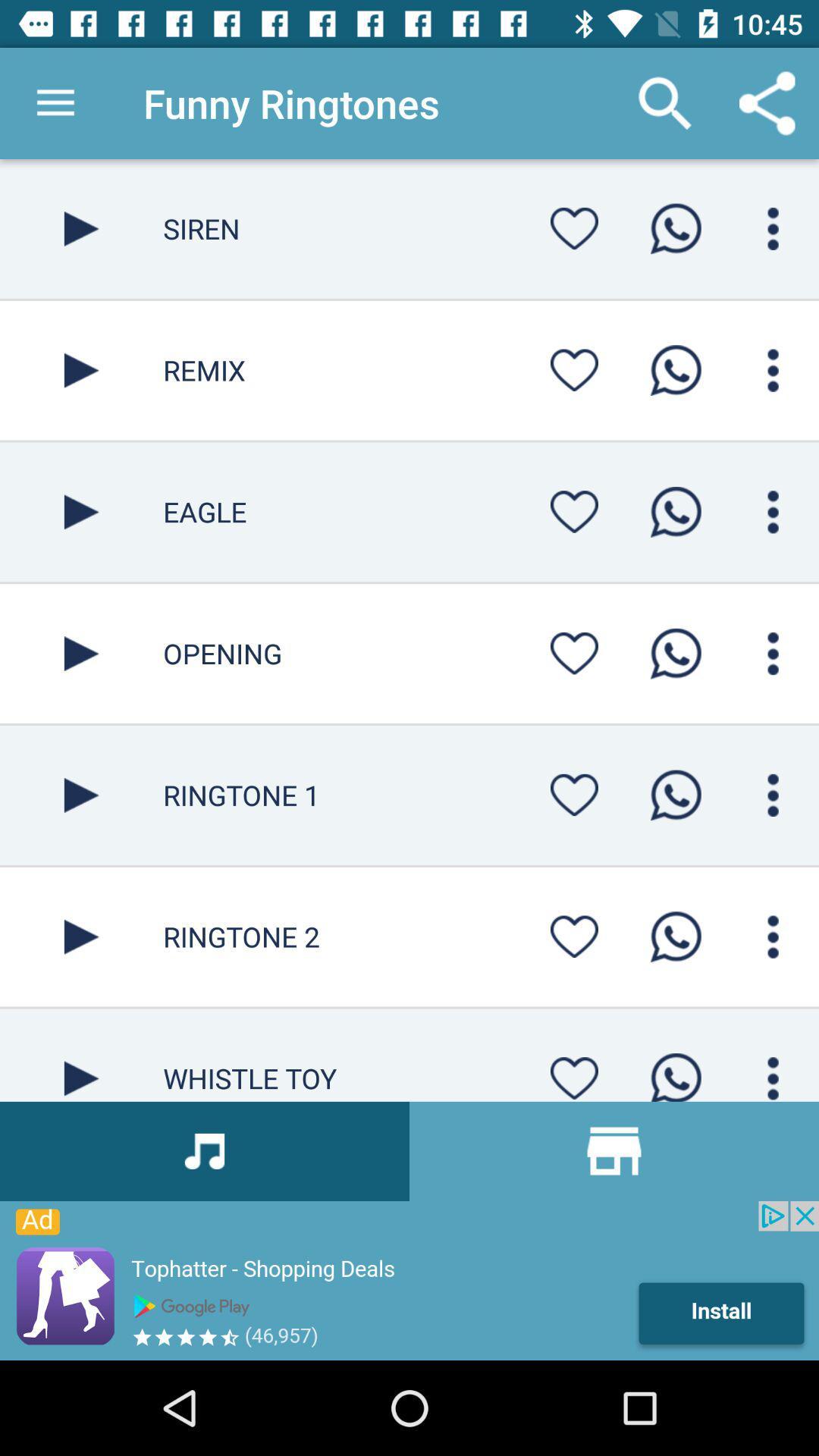 Image resolution: width=819 pixels, height=1456 pixels. Describe the element at coordinates (574, 794) in the screenshot. I see `like button` at that location.